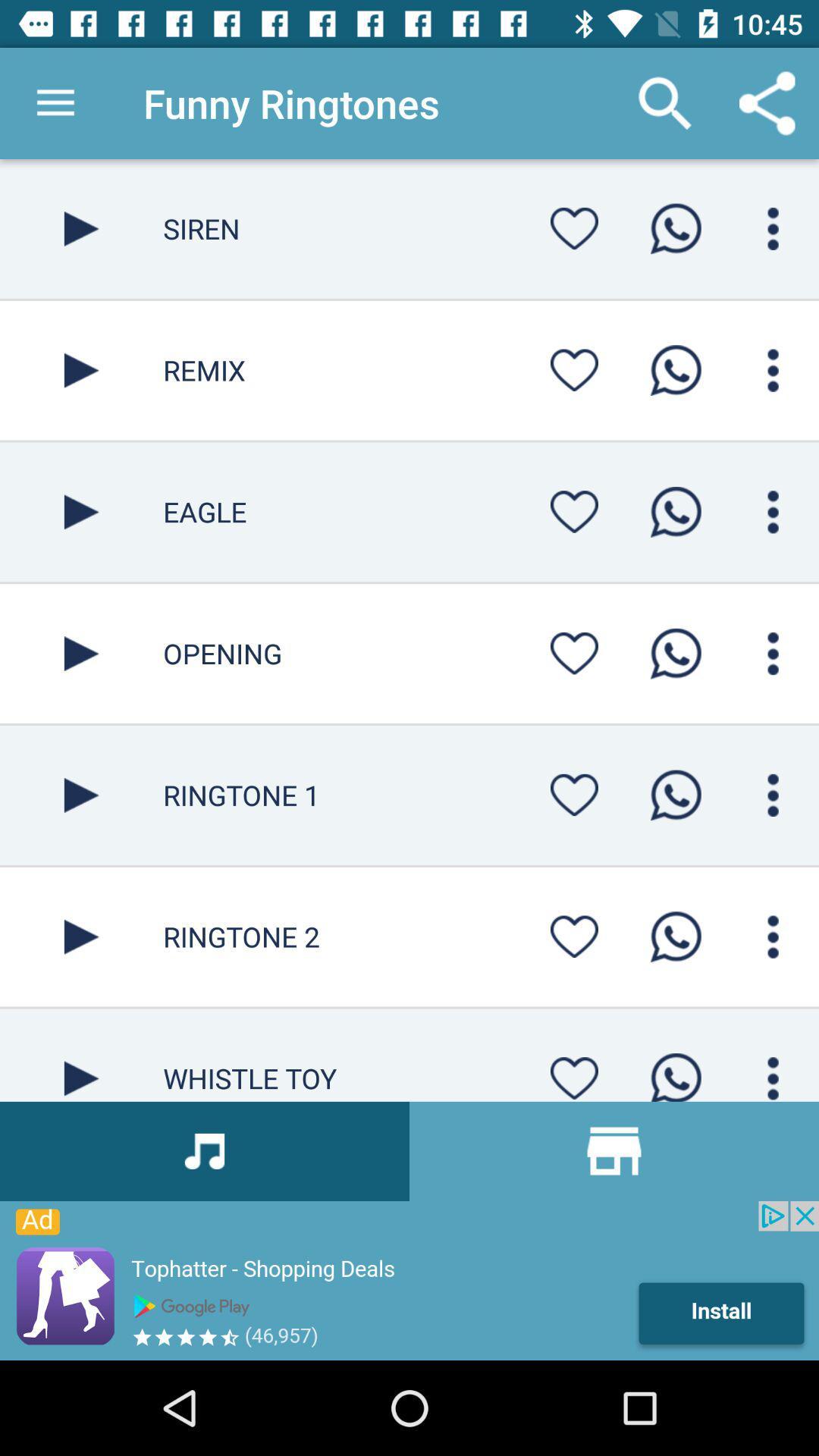 Image resolution: width=819 pixels, height=1456 pixels. Describe the element at coordinates (574, 794) in the screenshot. I see `like button` at that location.